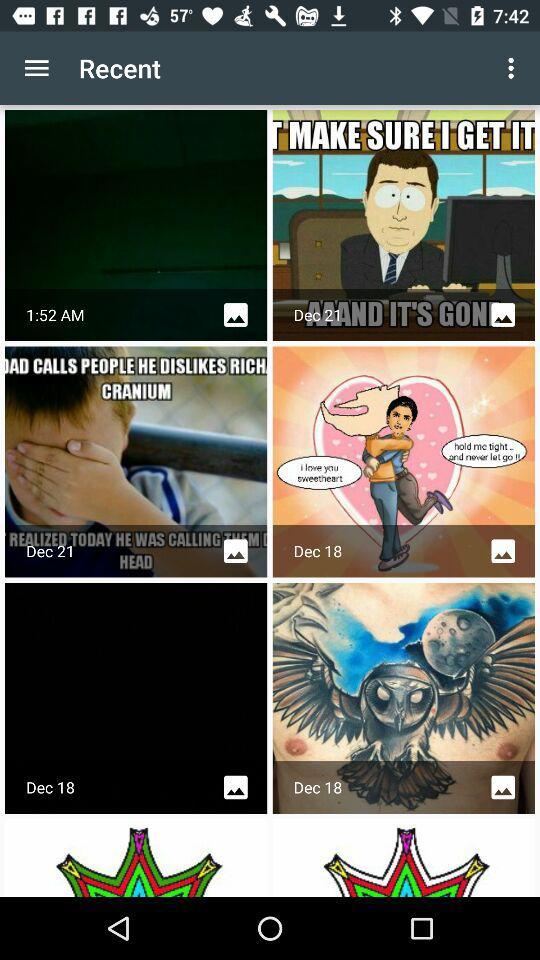  What do you see at coordinates (36, 68) in the screenshot?
I see `icon next to recent item` at bounding box center [36, 68].